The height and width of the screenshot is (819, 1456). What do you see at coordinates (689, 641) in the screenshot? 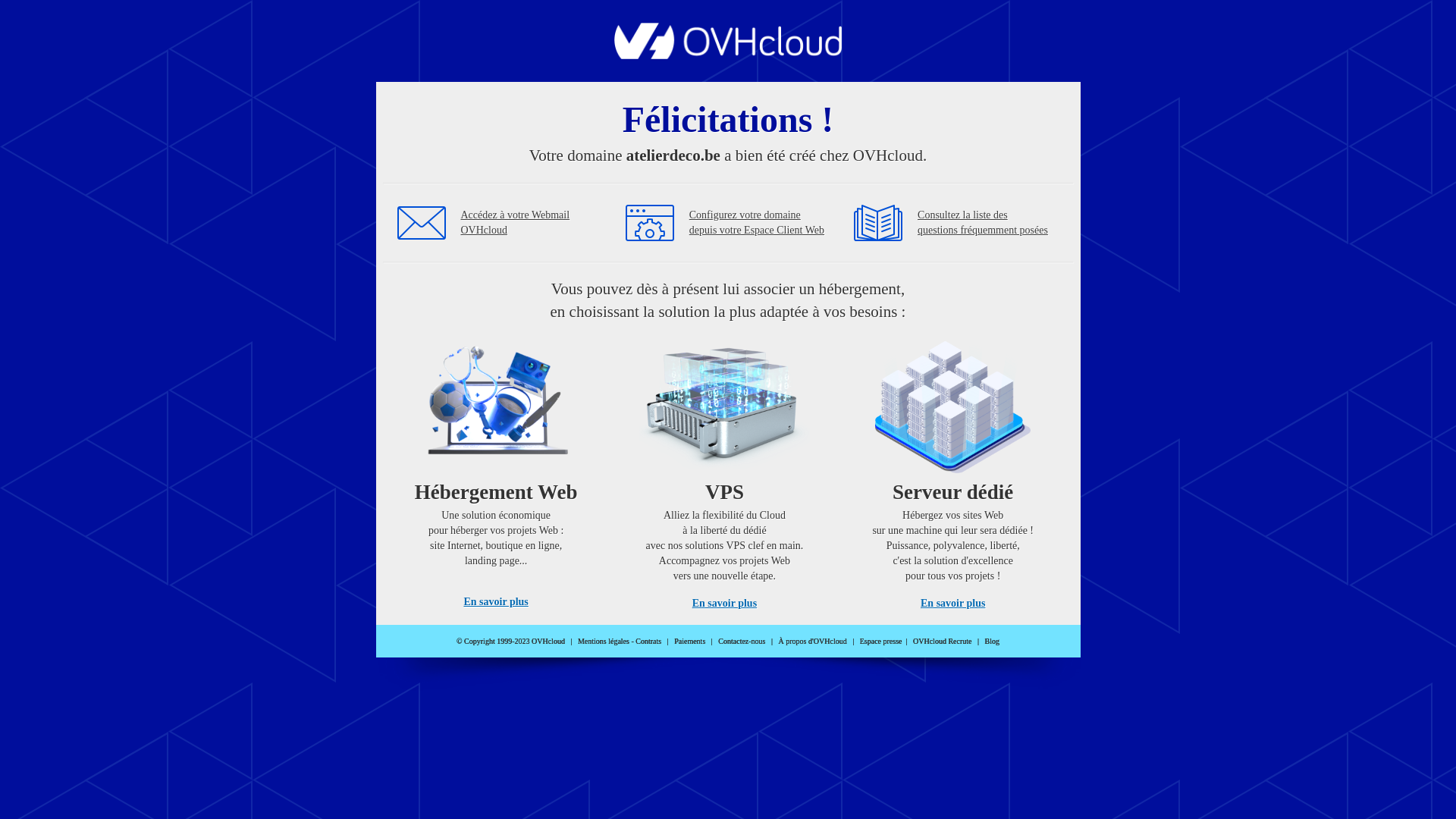
I see `'Paiements'` at bounding box center [689, 641].